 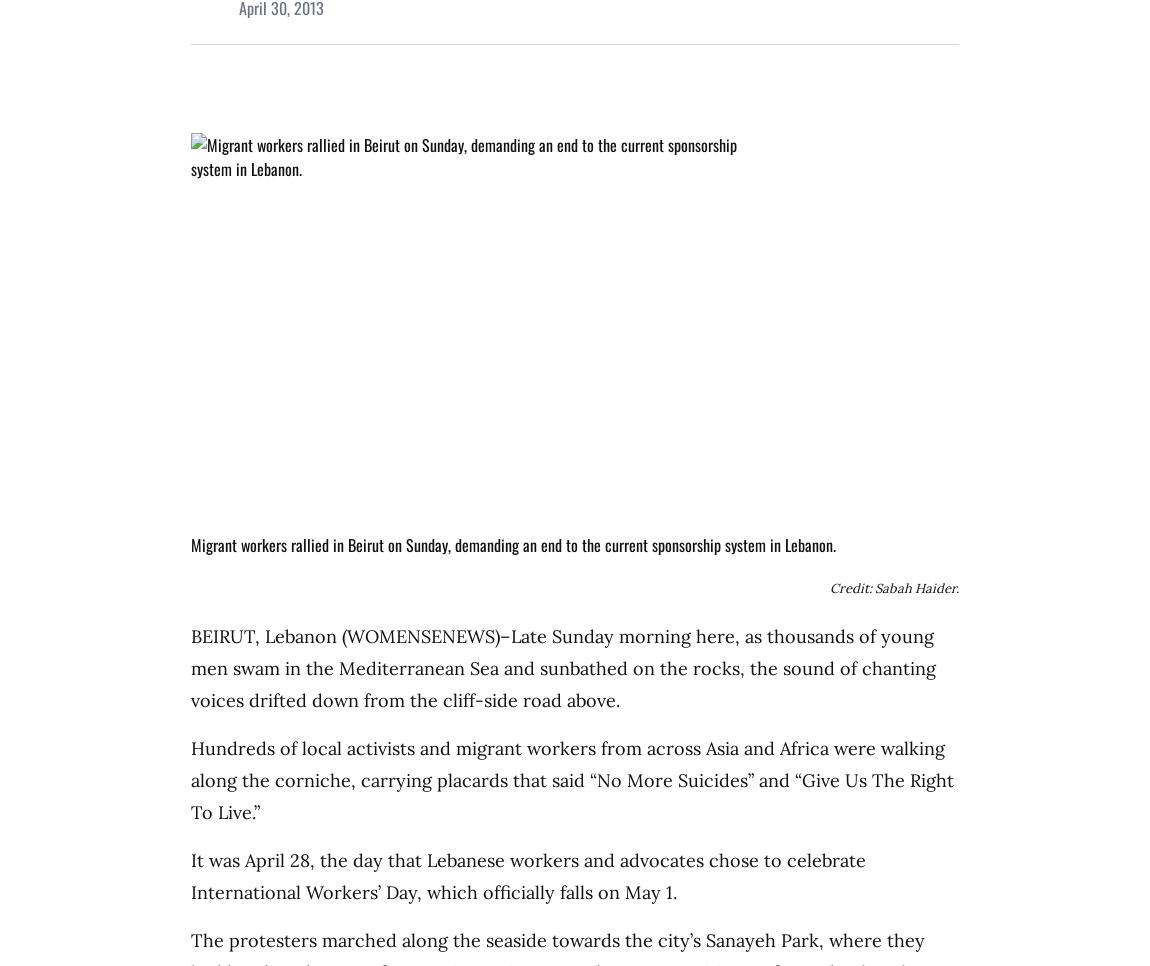 I want to click on 'Hundreds of local activists and migrant workers from across', so click(x=448, y=748).